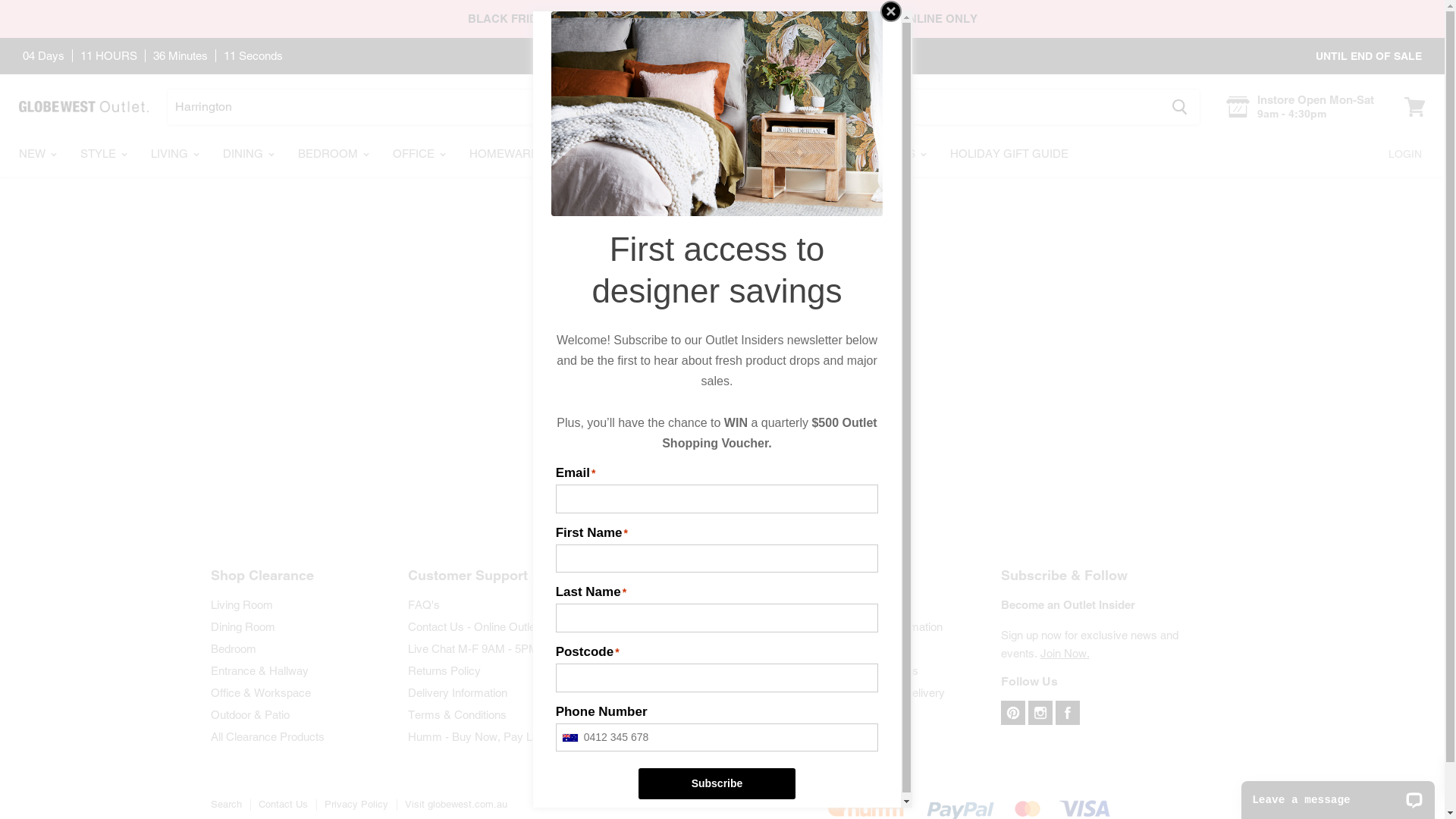 The height and width of the screenshot is (819, 1456). Describe the element at coordinates (232, 648) in the screenshot. I see `'Bedroom'` at that location.